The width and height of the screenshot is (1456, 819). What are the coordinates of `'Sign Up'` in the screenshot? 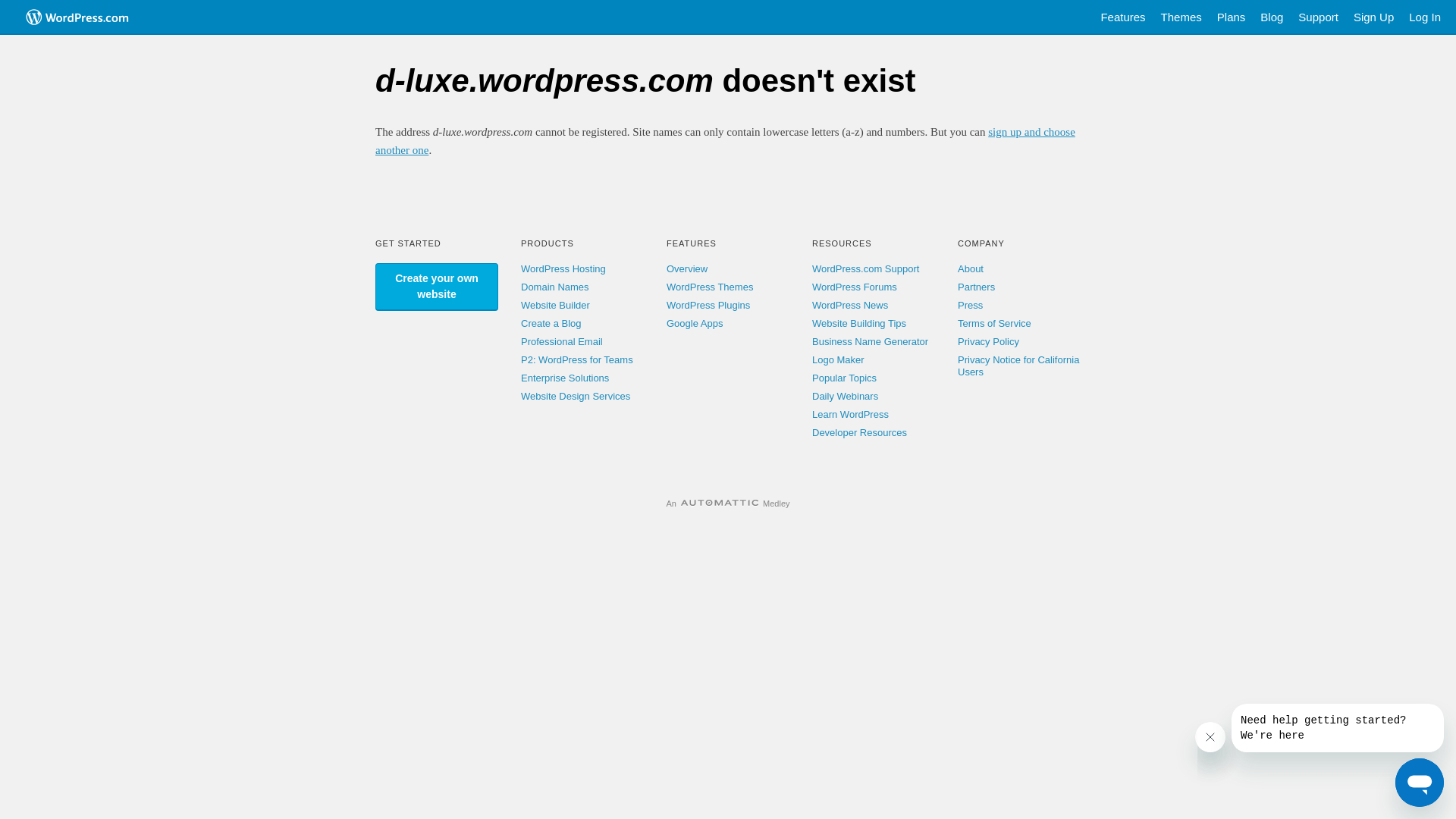 It's located at (1373, 17).